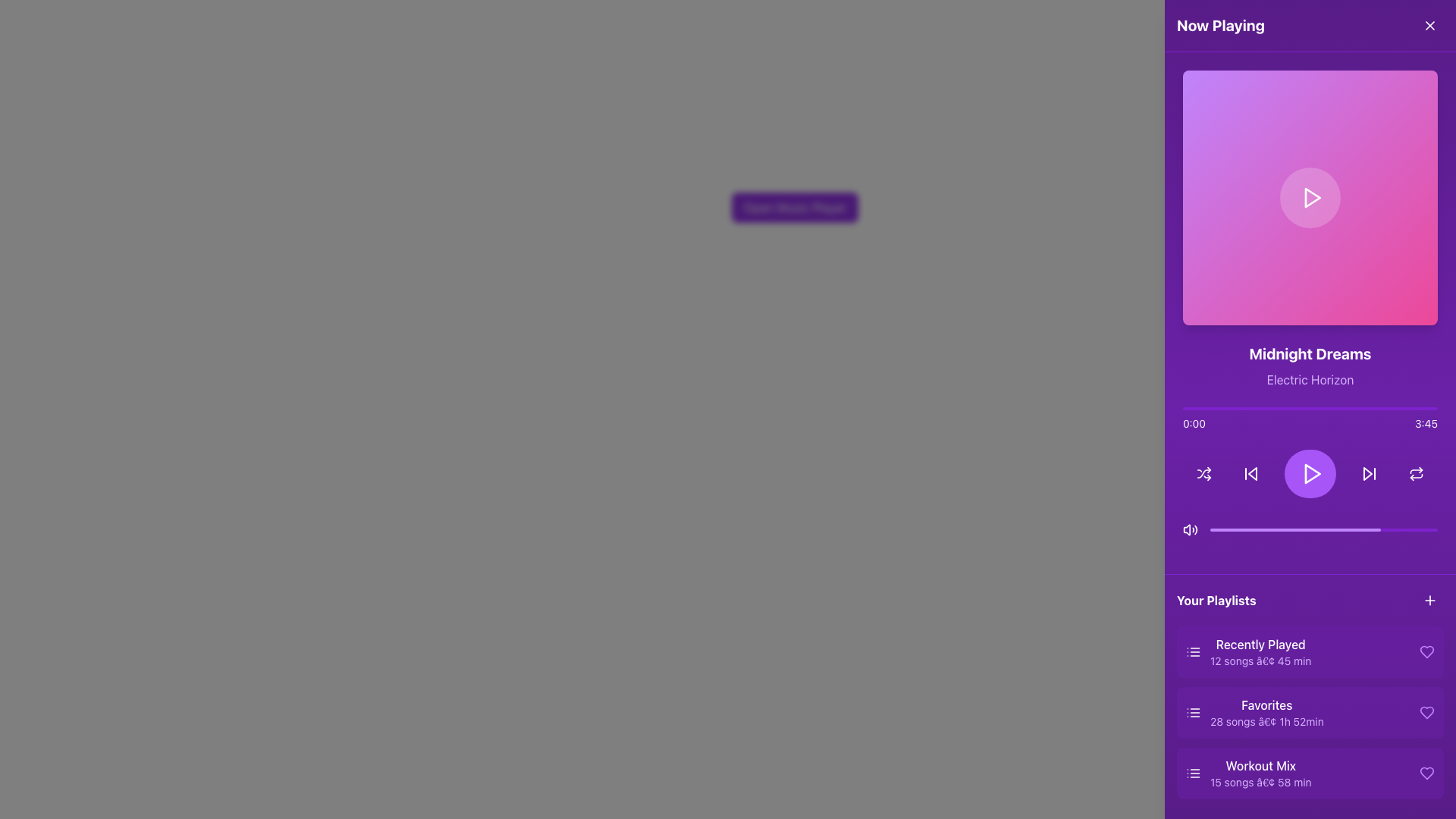 The width and height of the screenshot is (1456, 819). I want to click on the text label positioned beneath the 'Midnight Dreams' title, so click(1310, 379).